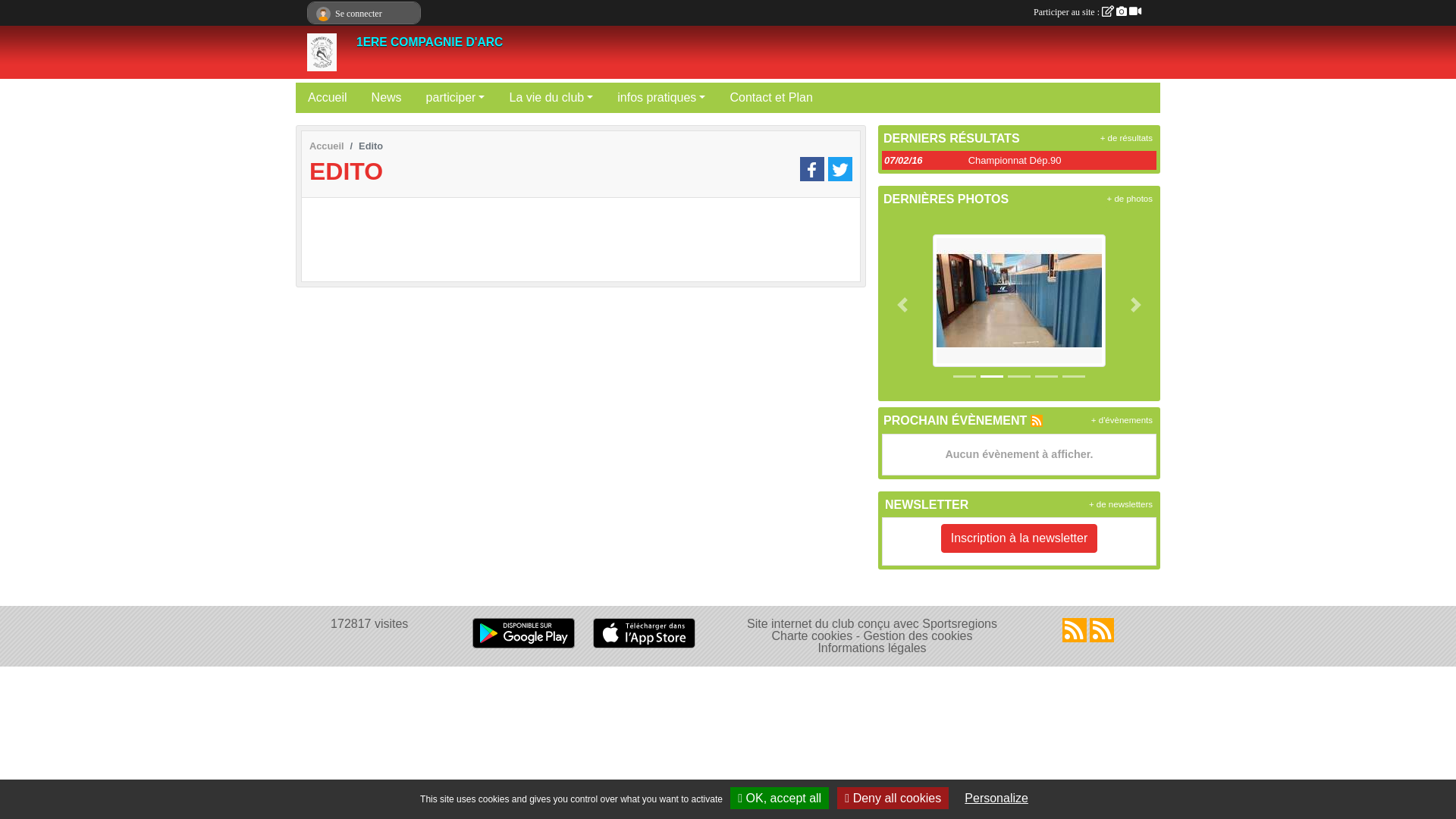  What do you see at coordinates (811, 169) in the screenshot?
I see `'Facebook'` at bounding box center [811, 169].